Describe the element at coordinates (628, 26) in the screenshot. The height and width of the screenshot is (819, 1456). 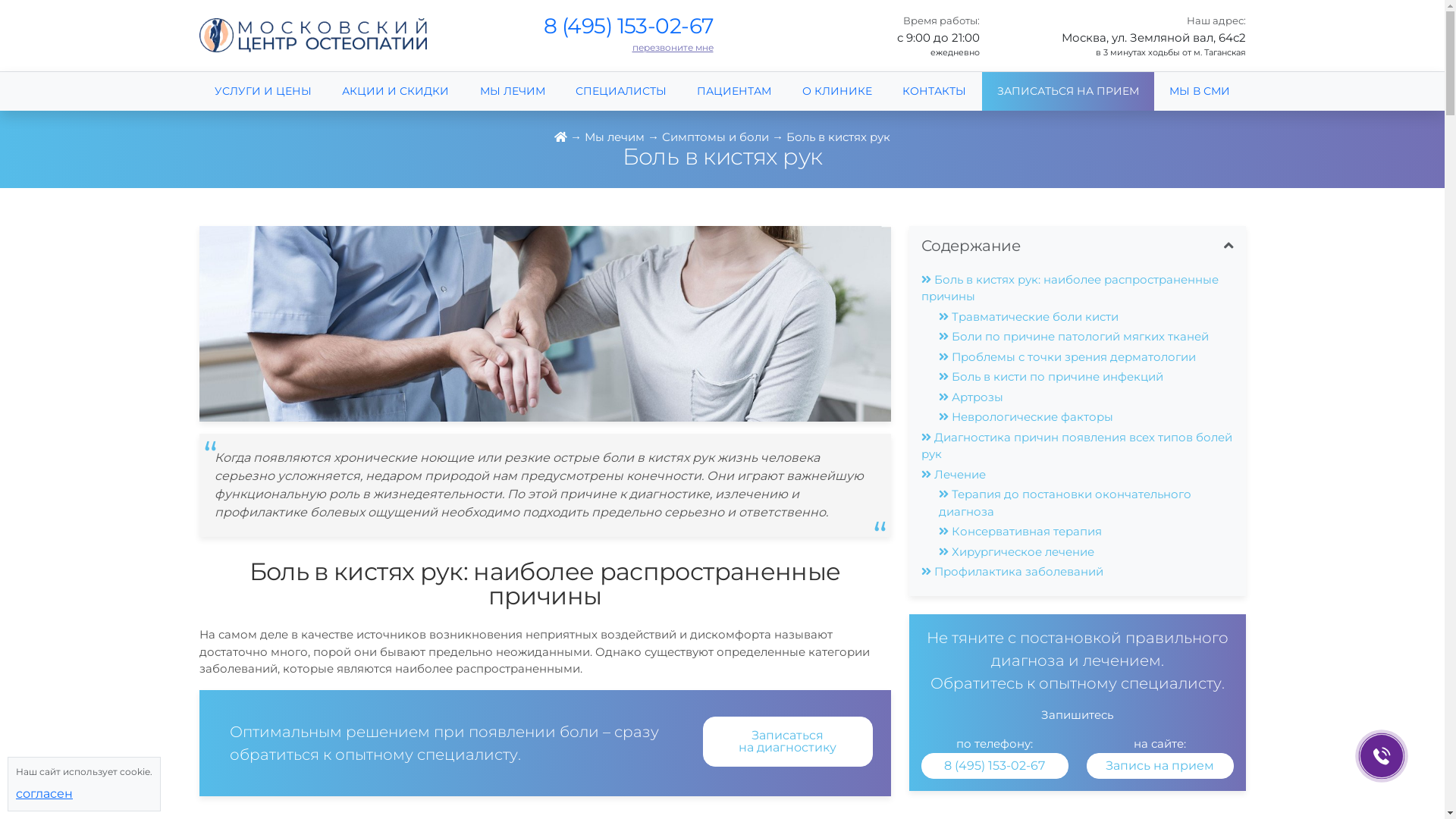
I see `'8 (495) 153-02-67'` at that location.